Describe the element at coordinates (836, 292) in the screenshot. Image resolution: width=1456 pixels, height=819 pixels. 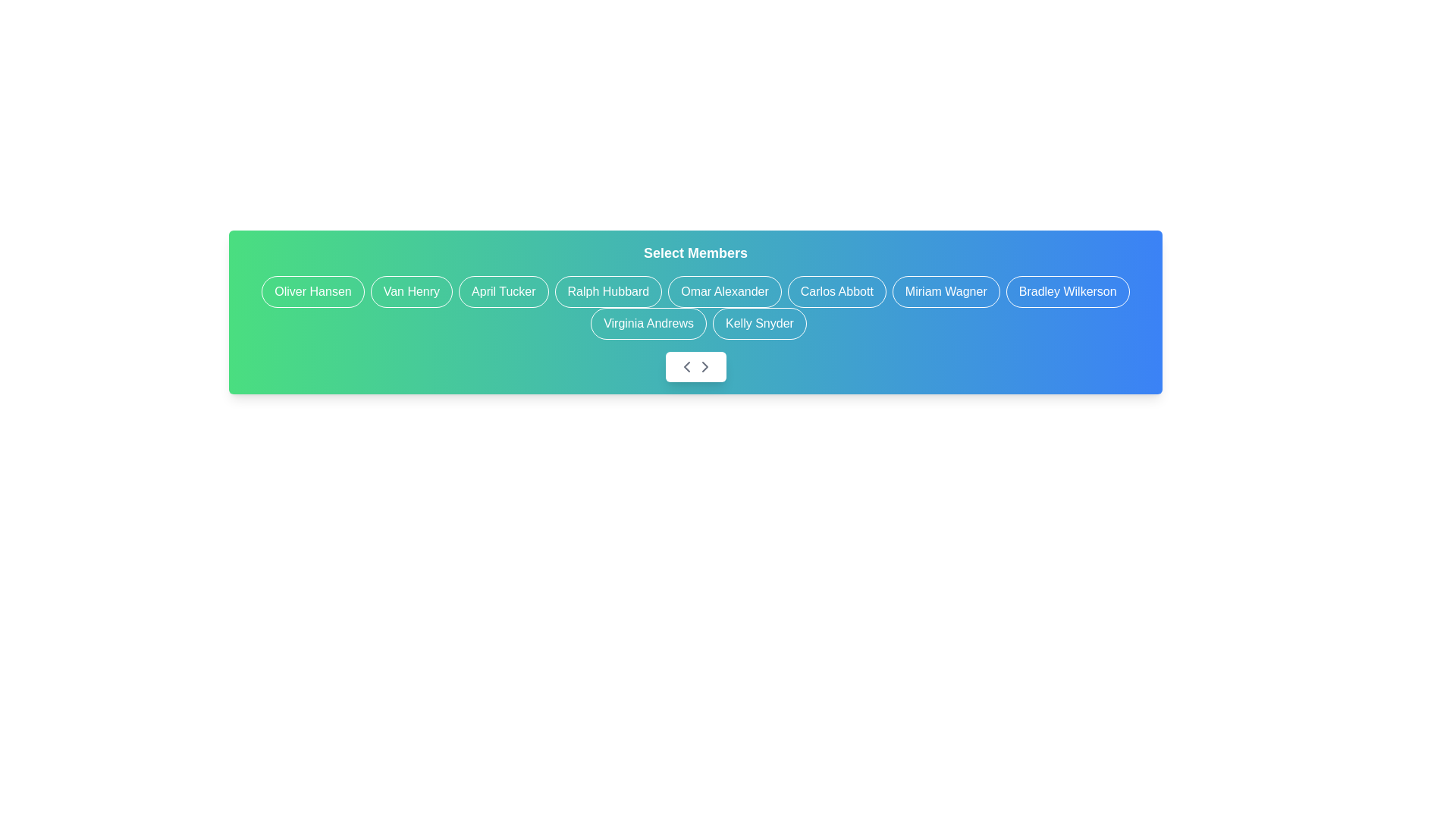
I see `the button that selects or highlights the user 'Carlos Abbott', which is the sixth button in a horizontally aligned list, positioned between 'Omar Alexander' and 'Miriam Wagner'` at that location.